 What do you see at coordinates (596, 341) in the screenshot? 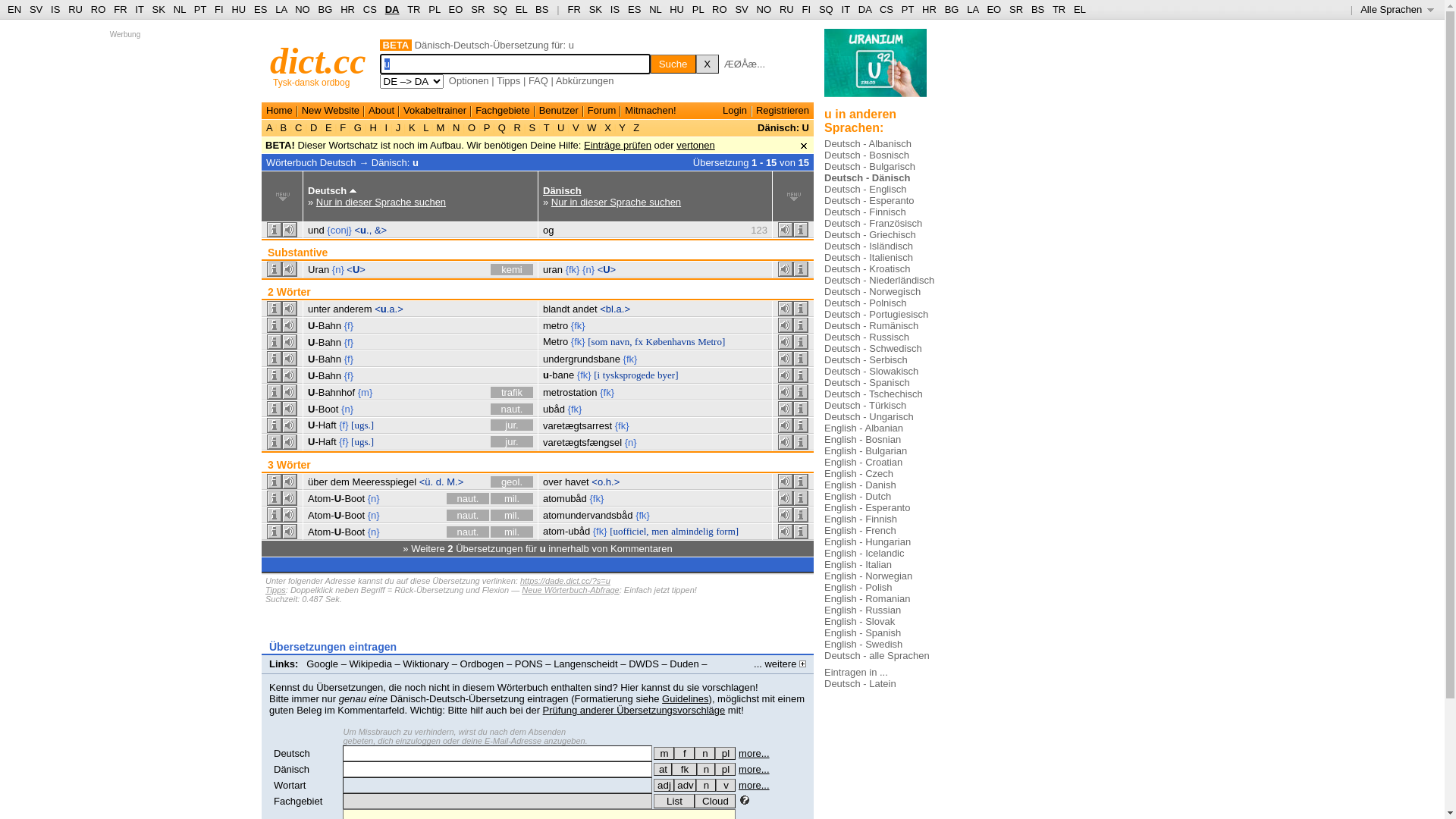
I see `'[som'` at bounding box center [596, 341].